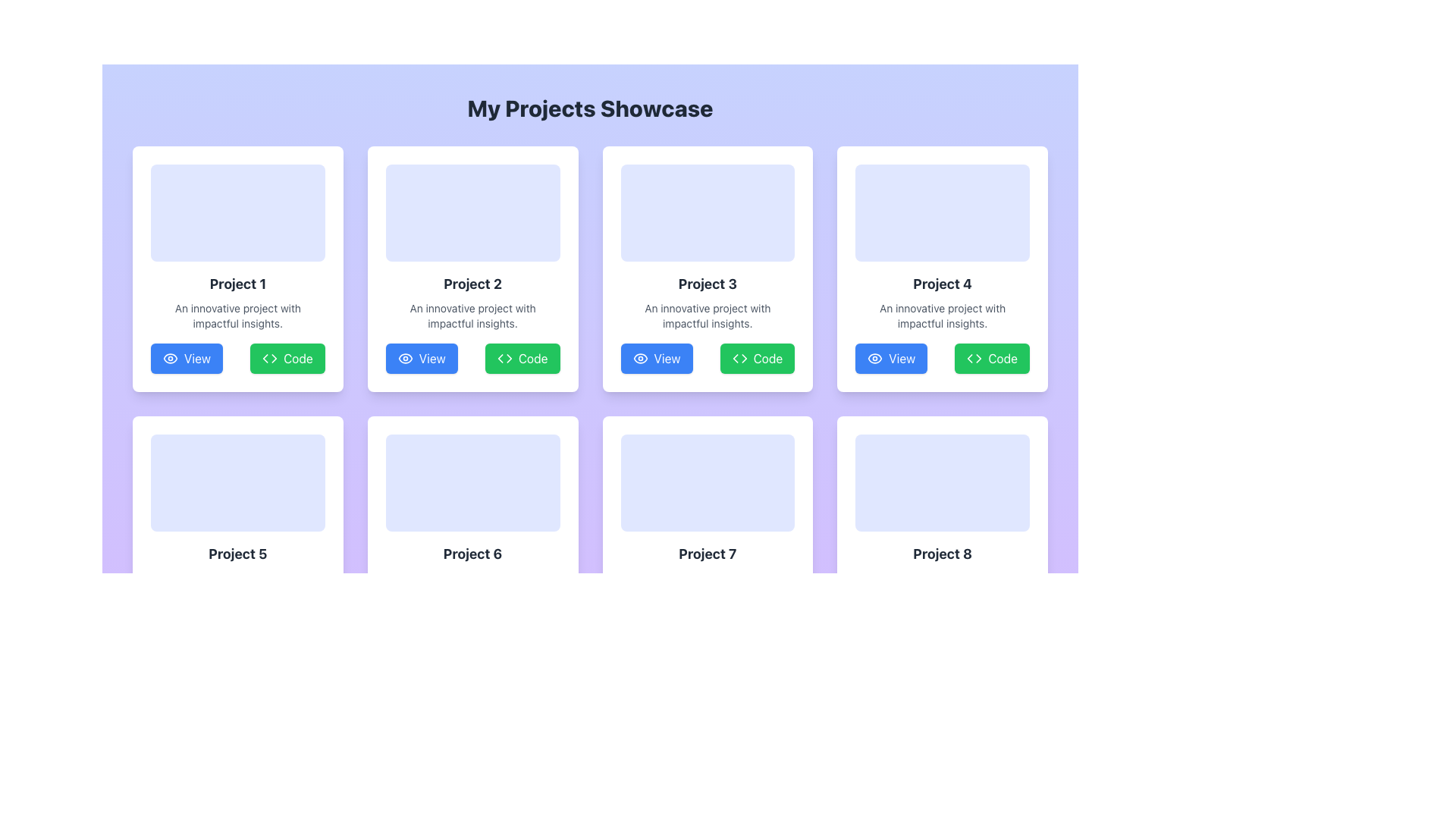 The width and height of the screenshot is (1456, 819). Describe the element at coordinates (640, 359) in the screenshot. I see `the circular eye icon within the 'View' button of the 'Project 3' section` at that location.